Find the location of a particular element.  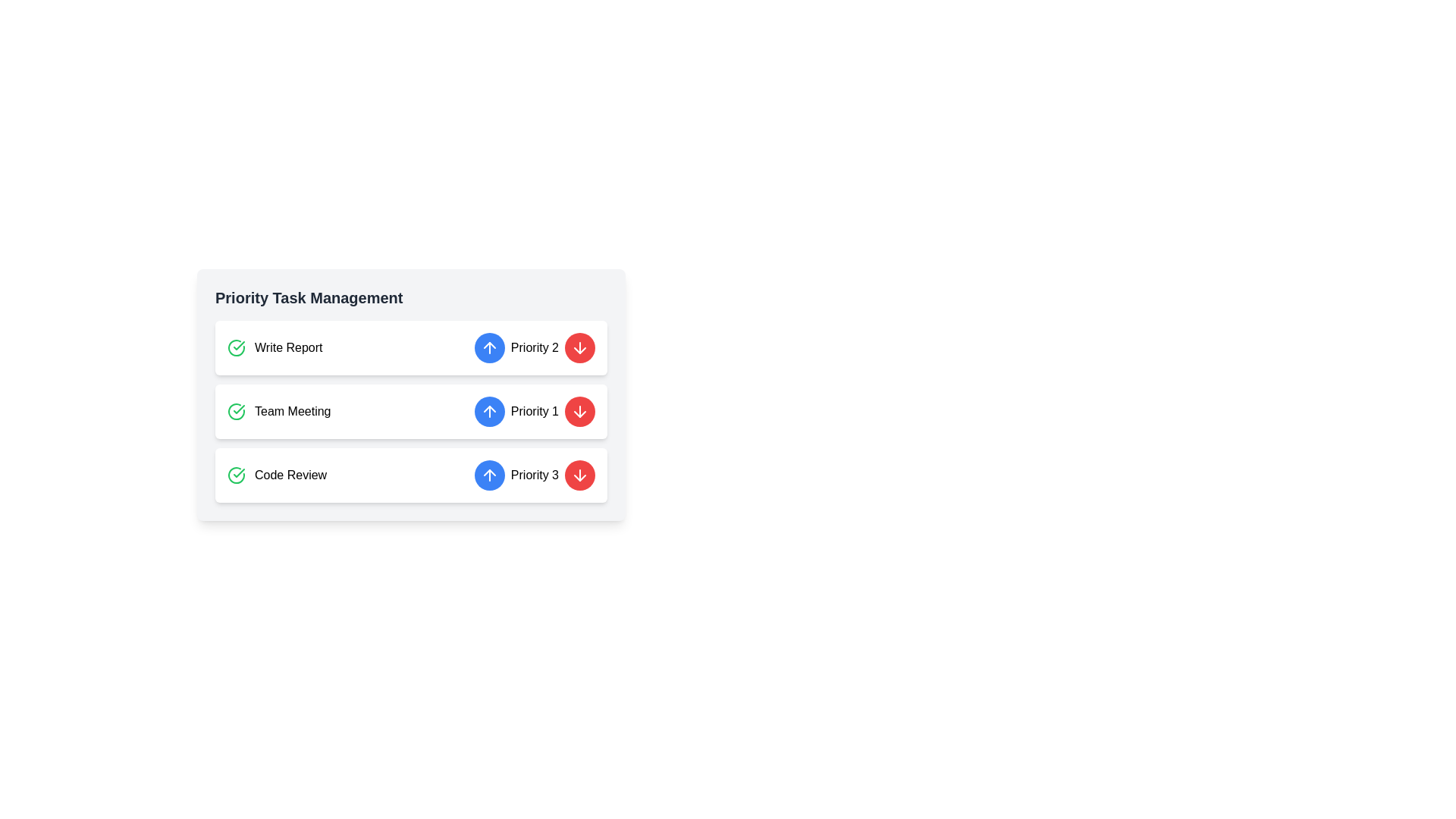

the Priority indicator and adjustment control group for 'Team Meeting' is located at coordinates (535, 412).